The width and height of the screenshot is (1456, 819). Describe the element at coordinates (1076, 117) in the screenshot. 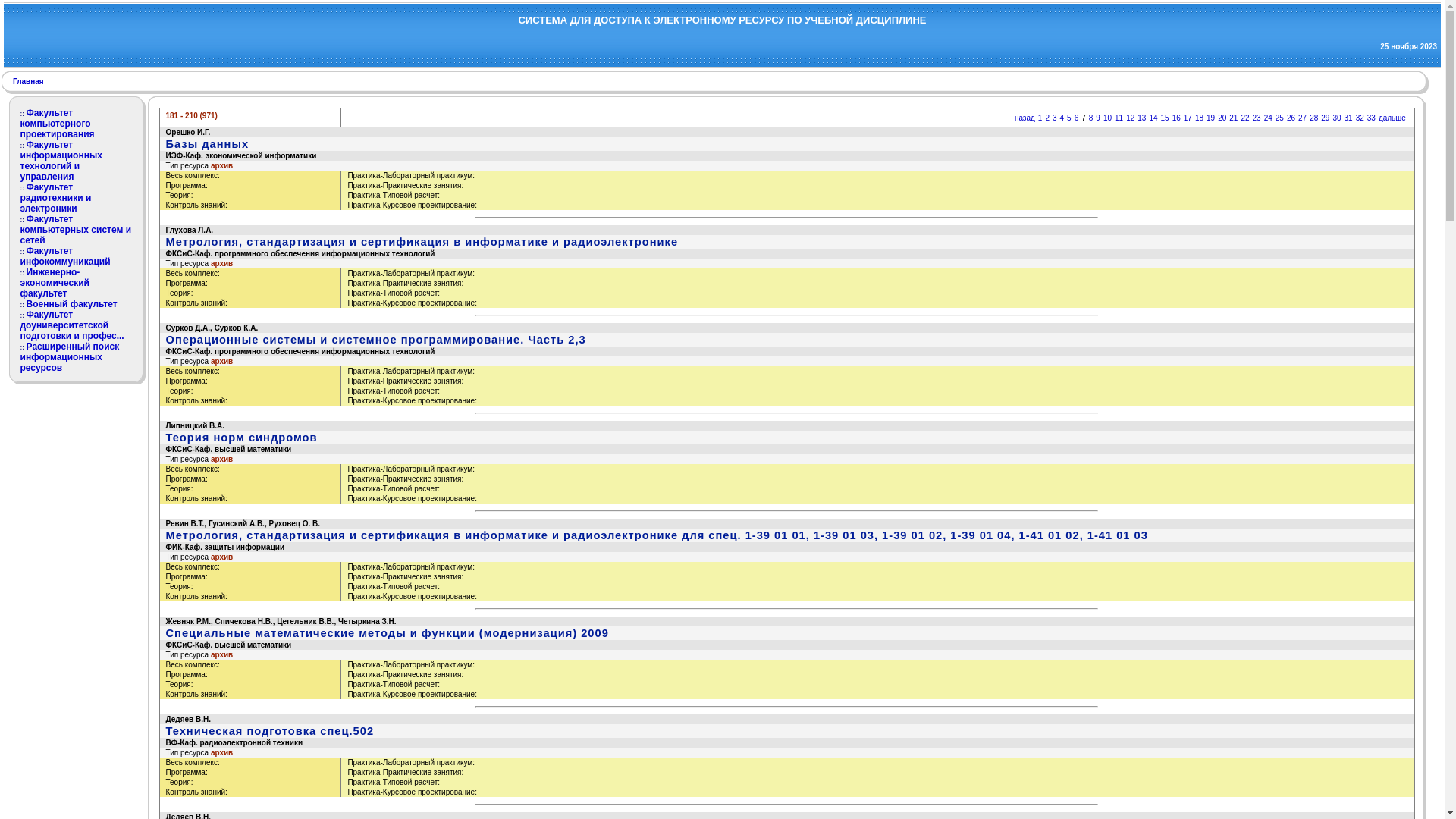

I see `'6'` at that location.